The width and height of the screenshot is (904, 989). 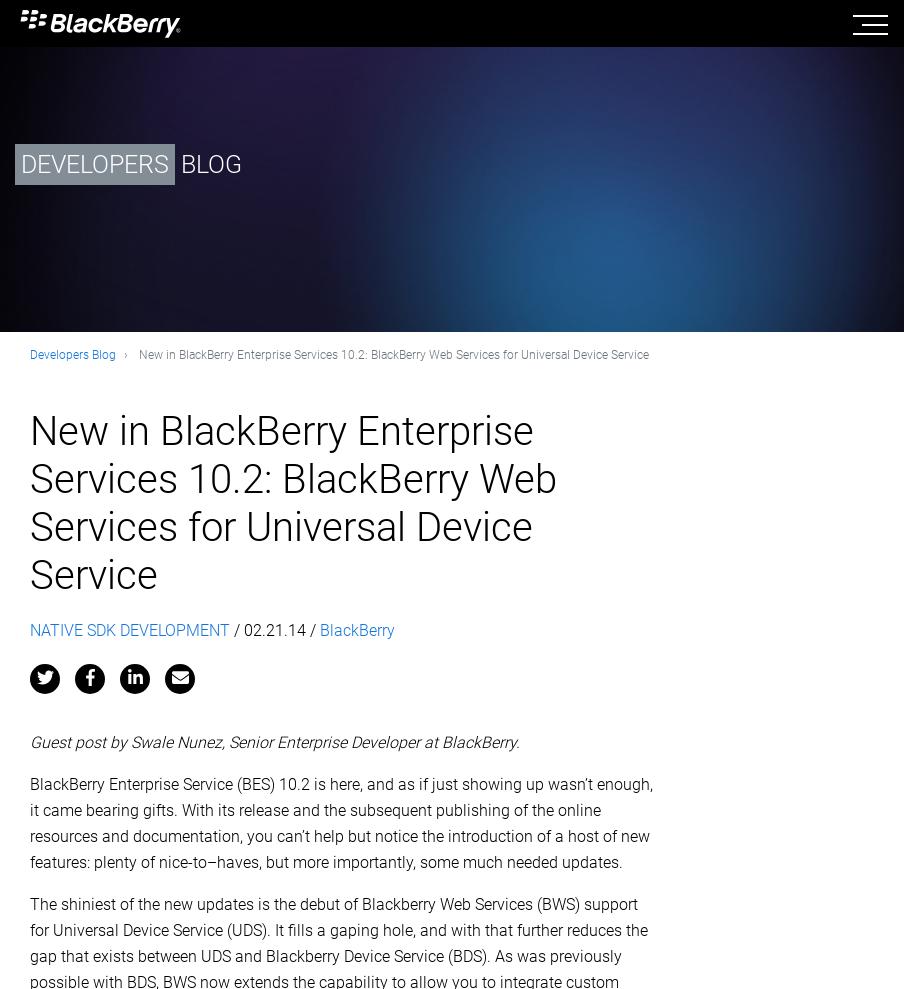 What do you see at coordinates (275, 741) in the screenshot?
I see `'Guest post by Swale Nunez, Senior Enterprise Developer at BlackBerry.'` at bounding box center [275, 741].